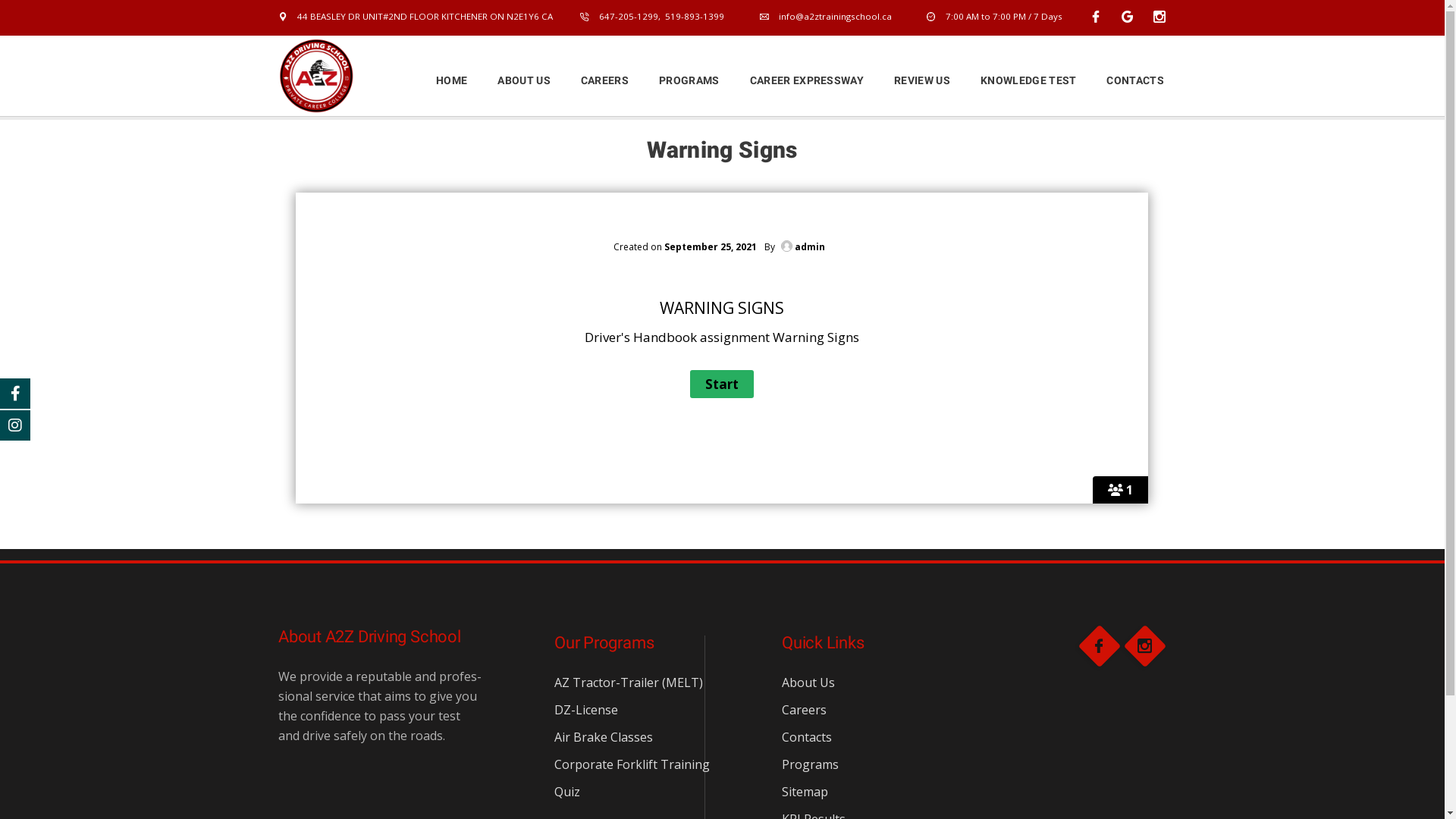 This screenshot has height=819, width=1456. Describe the element at coordinates (782, 764) in the screenshot. I see `'Programs'` at that location.